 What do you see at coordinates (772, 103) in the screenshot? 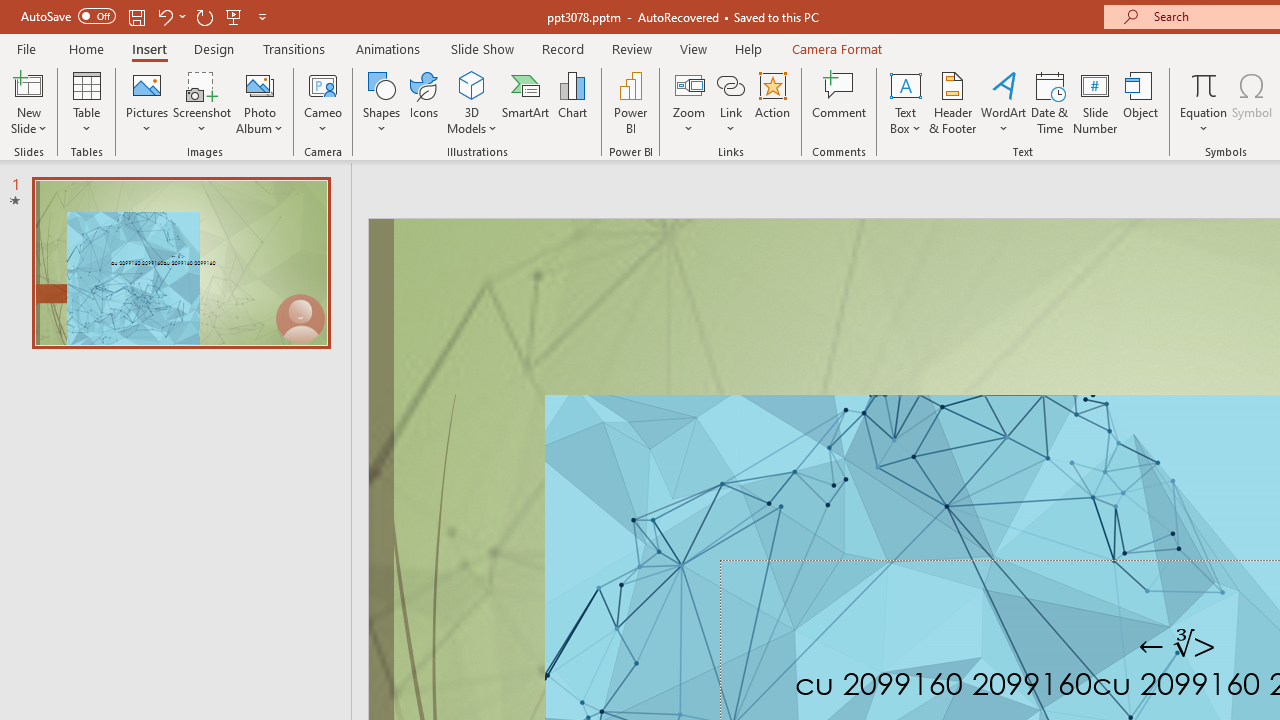
I see `'Action'` at bounding box center [772, 103].